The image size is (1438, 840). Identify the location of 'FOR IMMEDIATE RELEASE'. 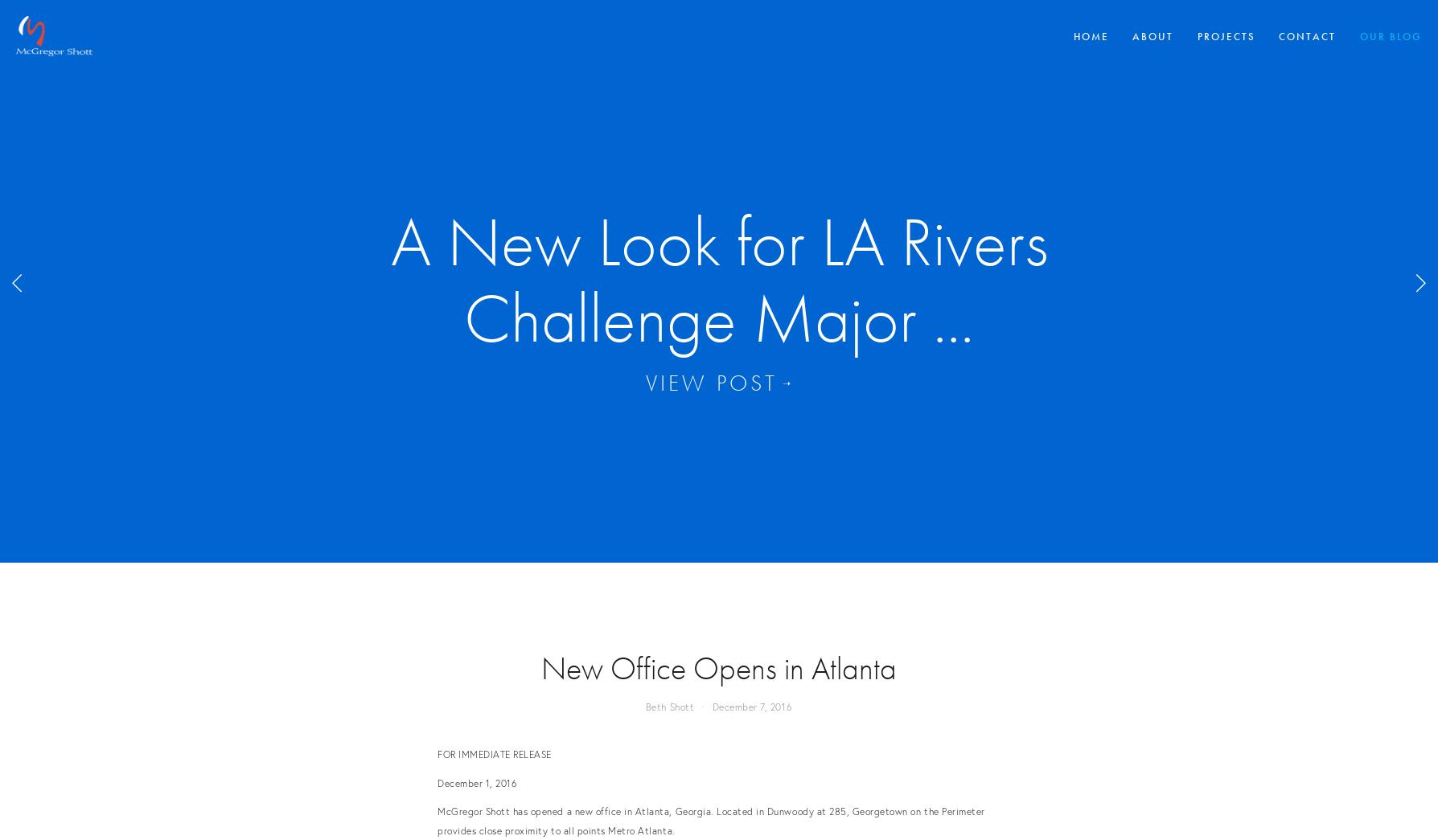
(494, 753).